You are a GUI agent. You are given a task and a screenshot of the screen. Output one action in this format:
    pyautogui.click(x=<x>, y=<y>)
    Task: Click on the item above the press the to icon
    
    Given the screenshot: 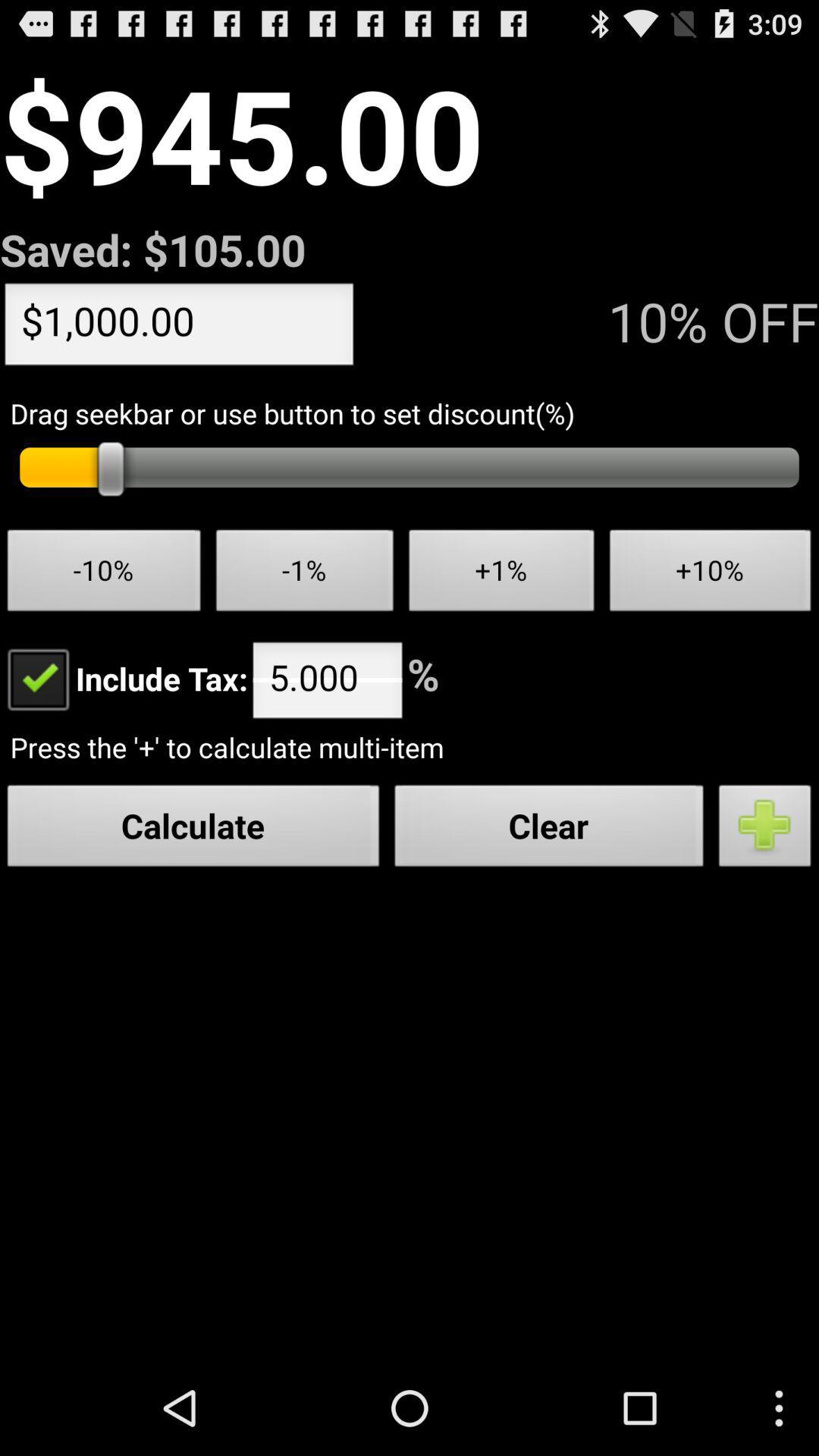 What is the action you would take?
    pyautogui.click(x=123, y=677)
    